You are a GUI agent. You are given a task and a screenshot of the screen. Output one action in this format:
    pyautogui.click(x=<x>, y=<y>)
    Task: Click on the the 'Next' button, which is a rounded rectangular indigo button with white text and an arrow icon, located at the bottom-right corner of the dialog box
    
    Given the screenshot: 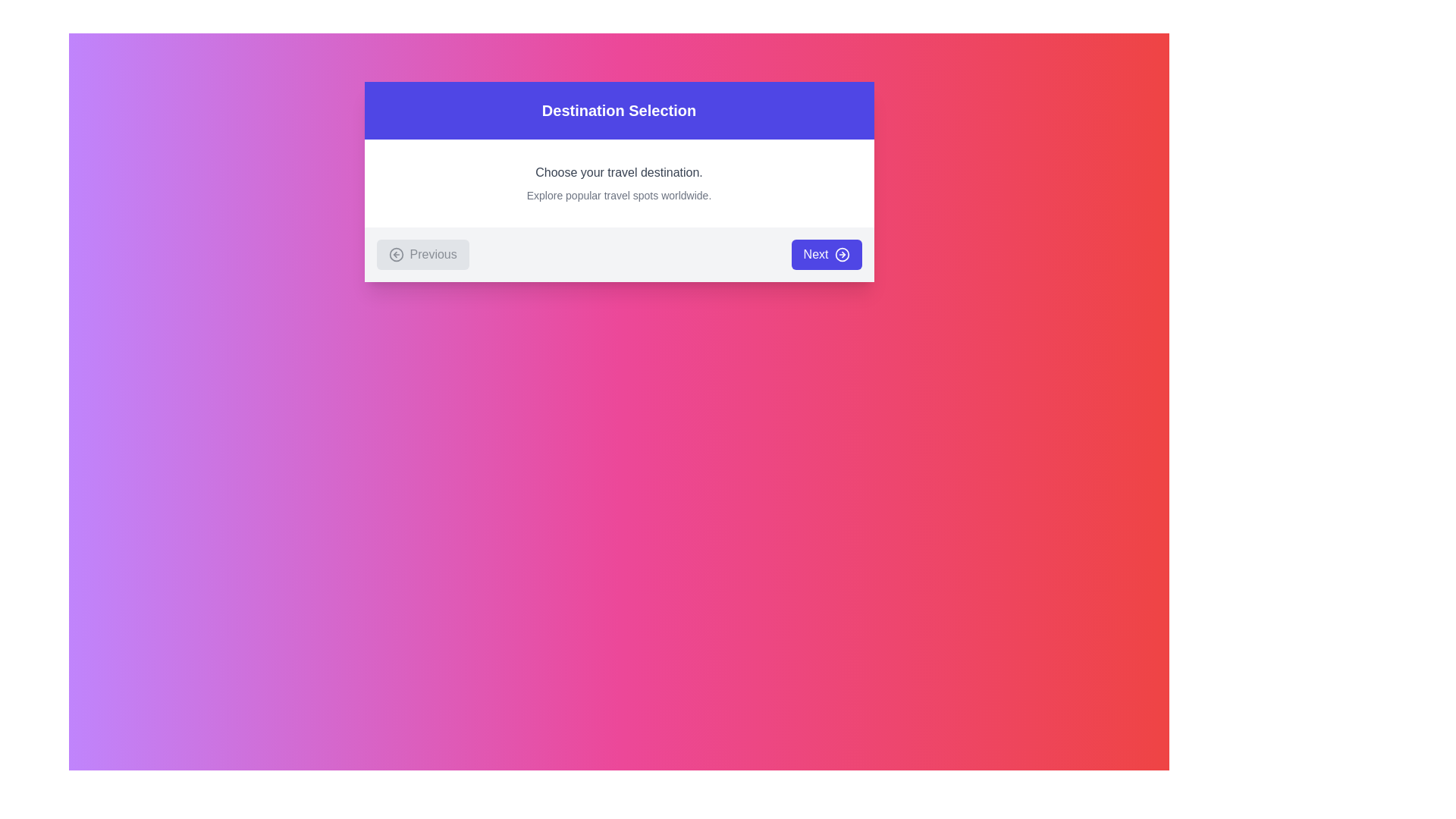 What is the action you would take?
    pyautogui.click(x=825, y=253)
    